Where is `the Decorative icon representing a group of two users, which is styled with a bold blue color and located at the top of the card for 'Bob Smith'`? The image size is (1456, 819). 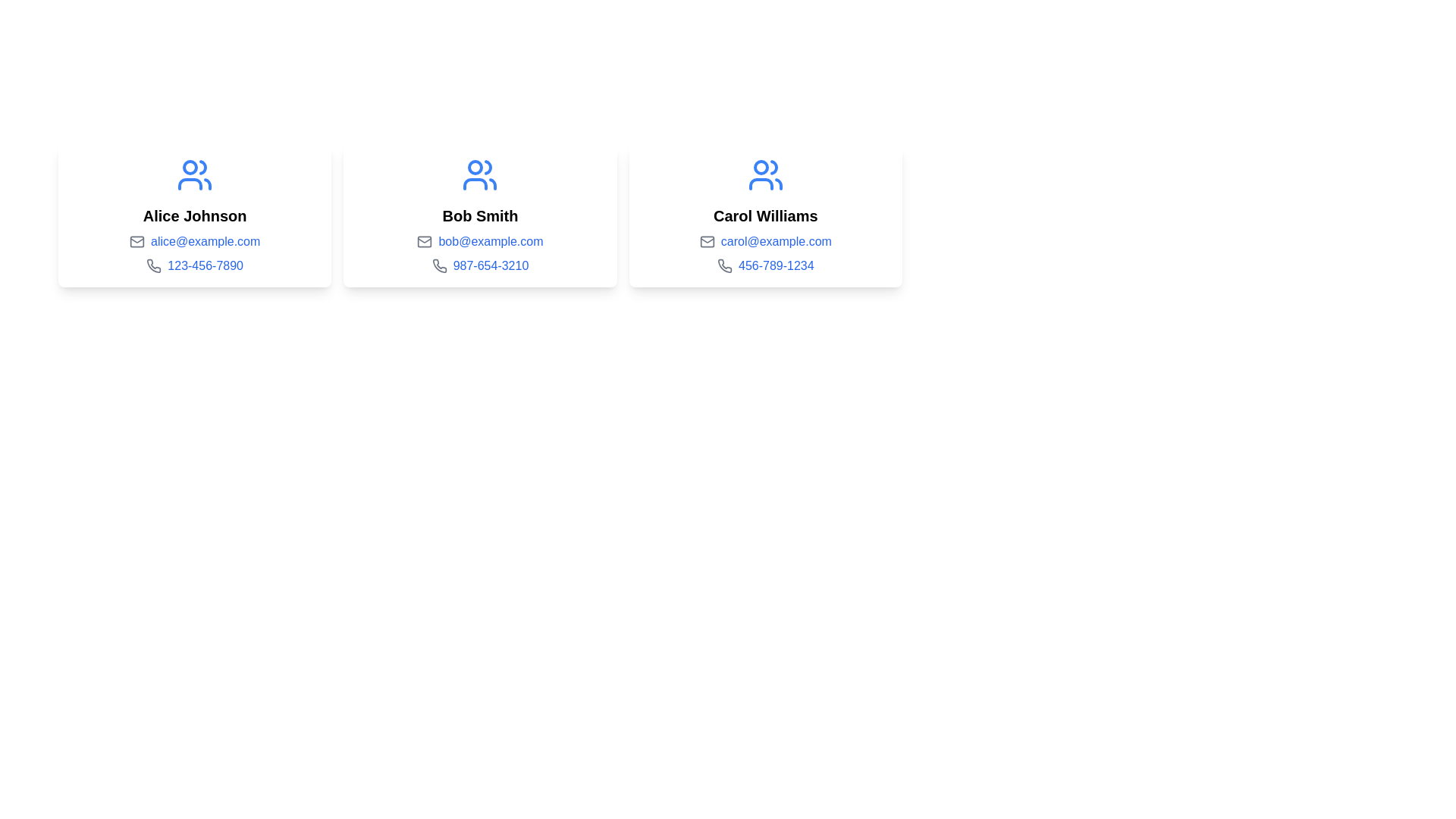 the Decorative icon representing a group of two users, which is styled with a bold blue color and located at the top of the card for 'Bob Smith' is located at coordinates (479, 174).